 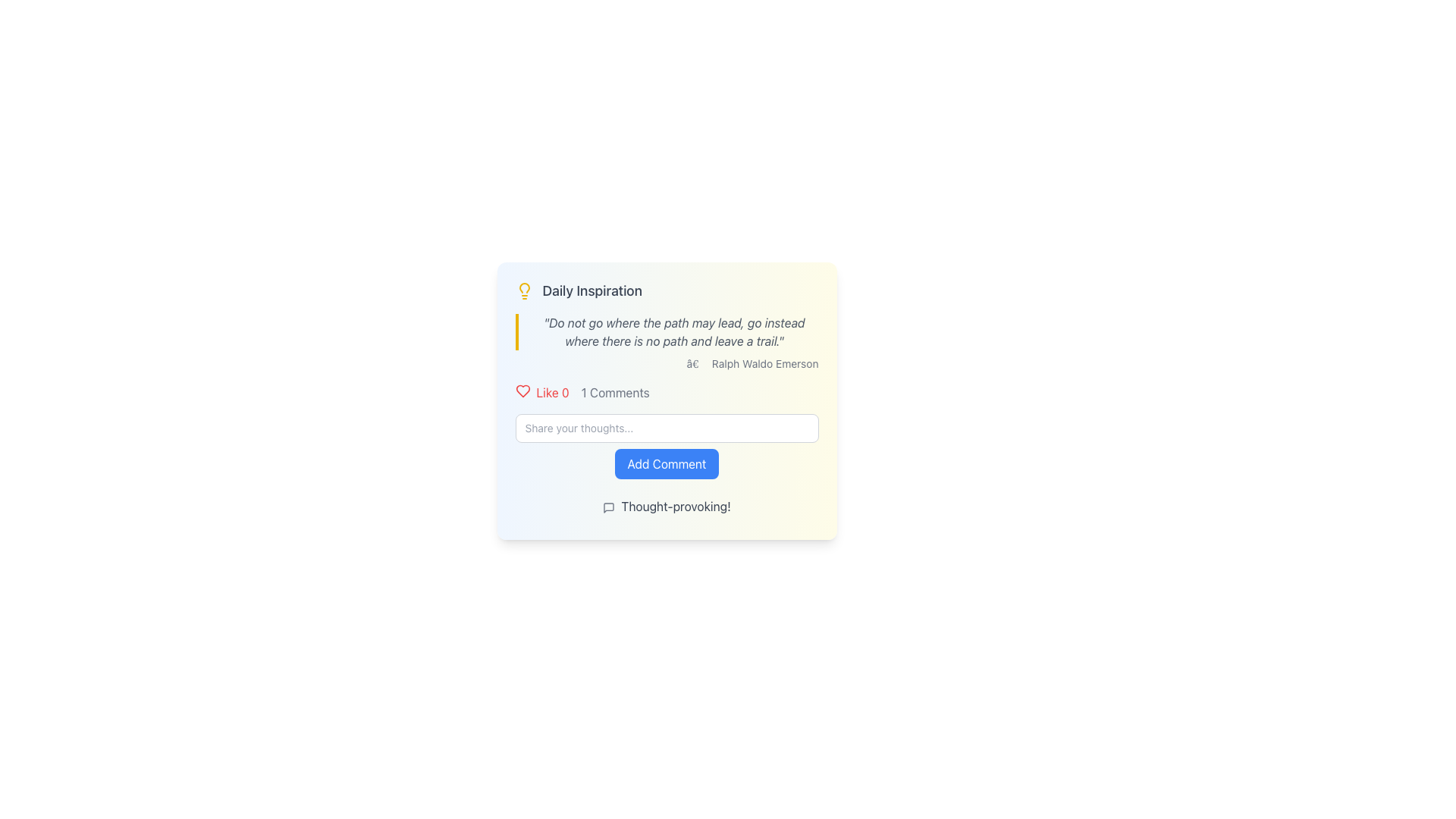 I want to click on the submit button, so click(x=667, y=446).